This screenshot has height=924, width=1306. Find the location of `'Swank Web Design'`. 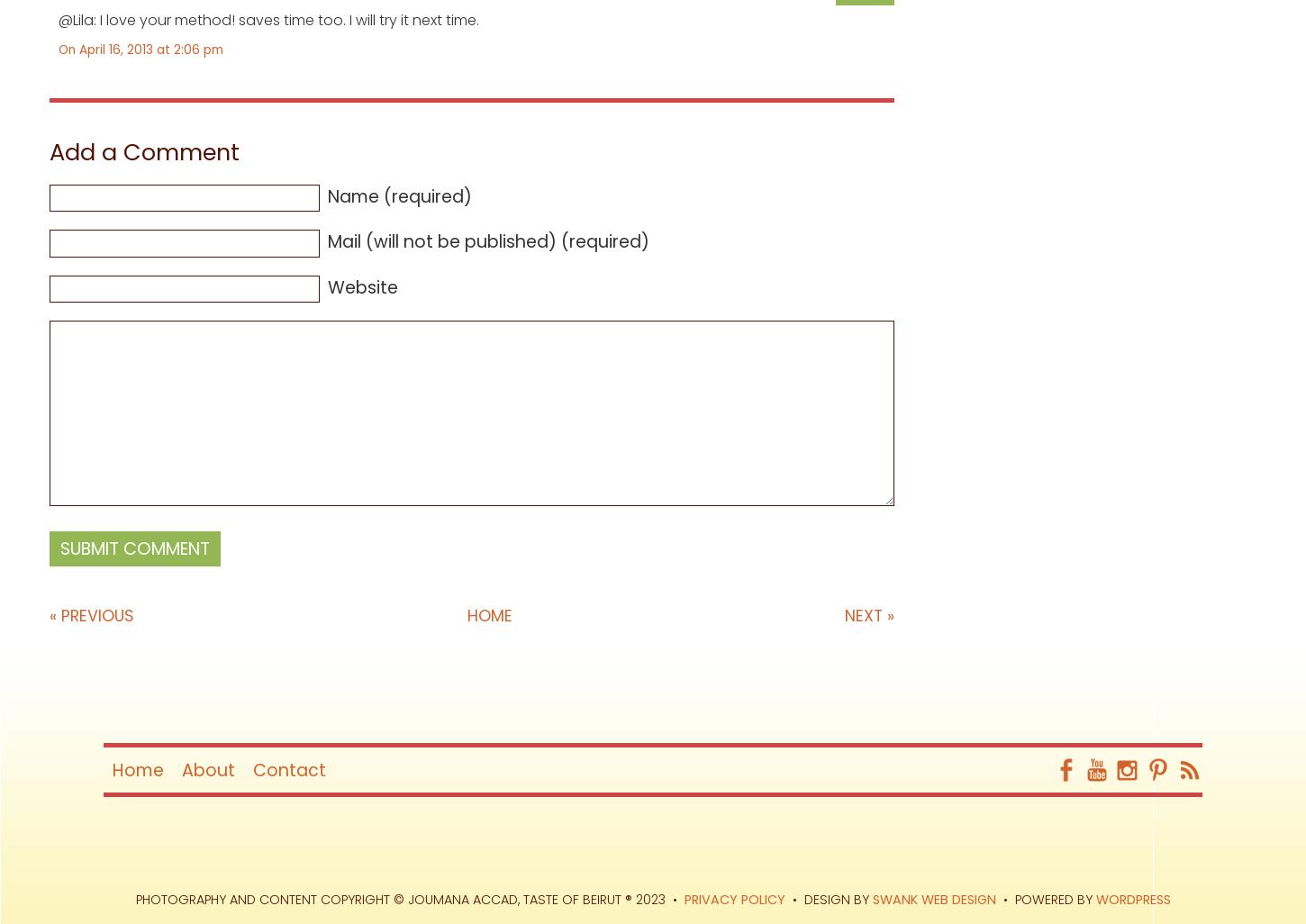

'Swank Web Design' is located at coordinates (933, 899).